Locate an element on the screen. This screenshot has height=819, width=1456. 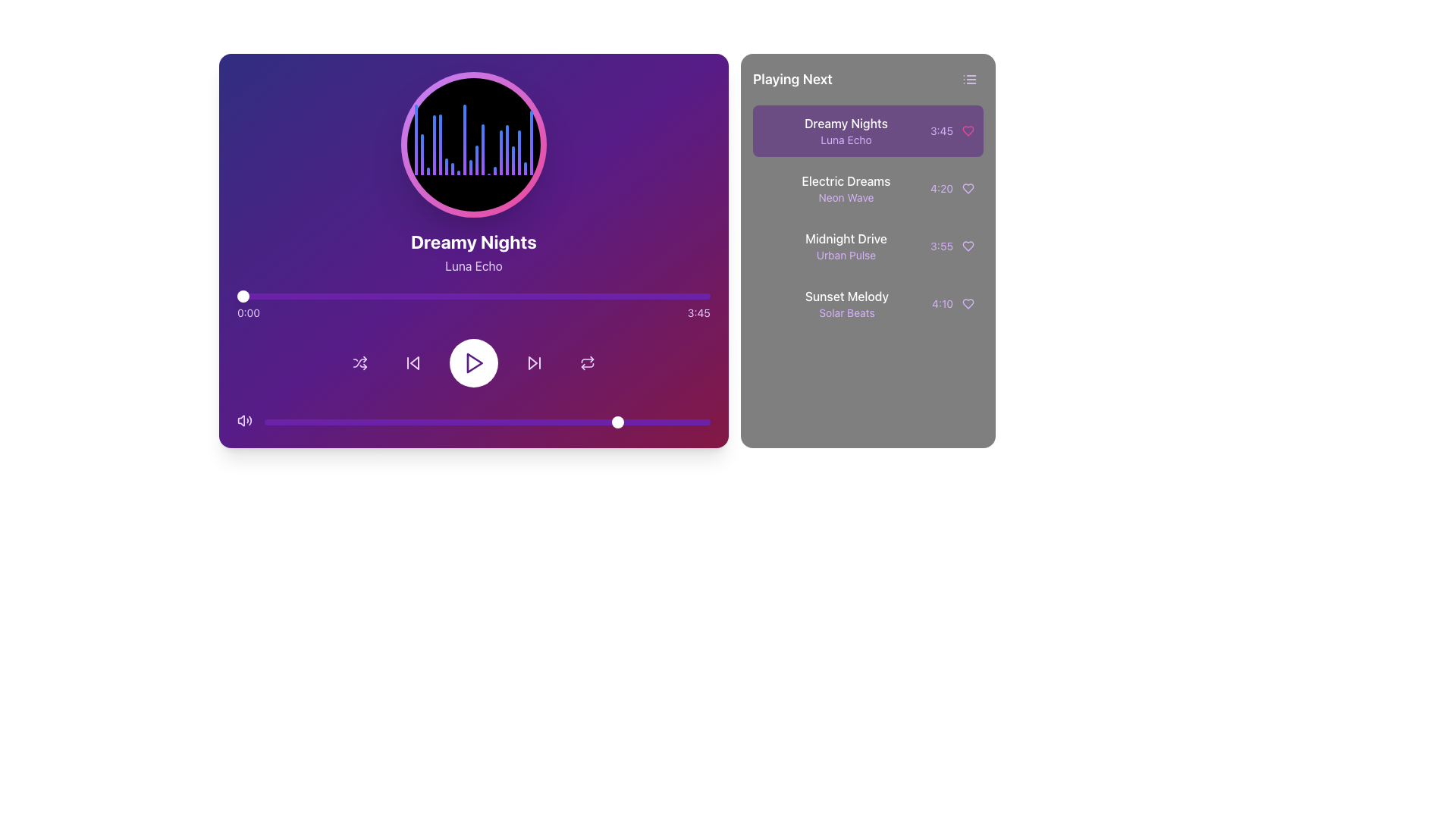
the static text label displaying 'Electric Dreams' in the 'Playing Next' section, which is located below 'Dreamy Nights' and above 'Midnight Drive' is located at coordinates (846, 180).